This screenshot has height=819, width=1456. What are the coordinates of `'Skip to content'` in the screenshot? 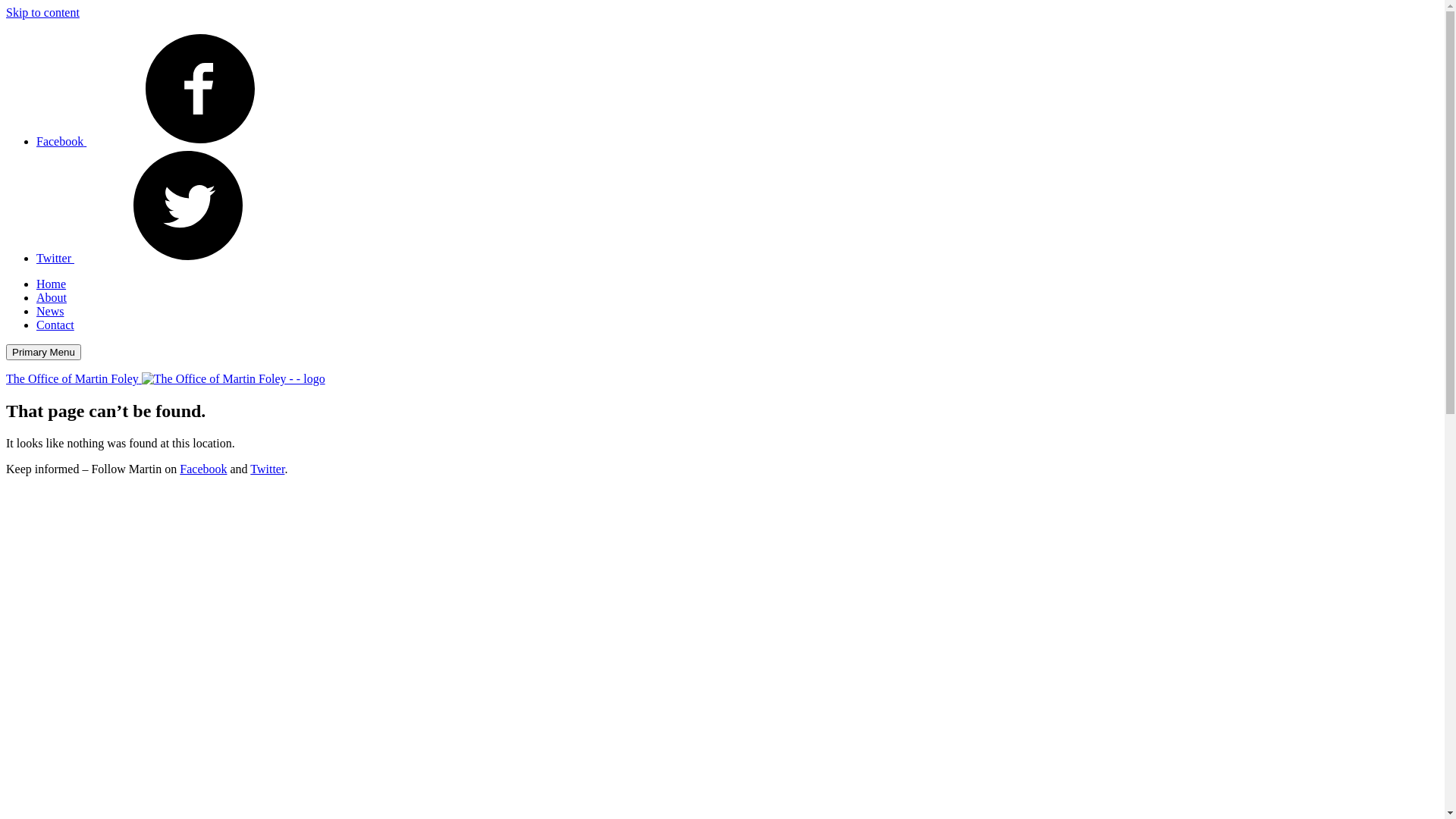 It's located at (42, 12).